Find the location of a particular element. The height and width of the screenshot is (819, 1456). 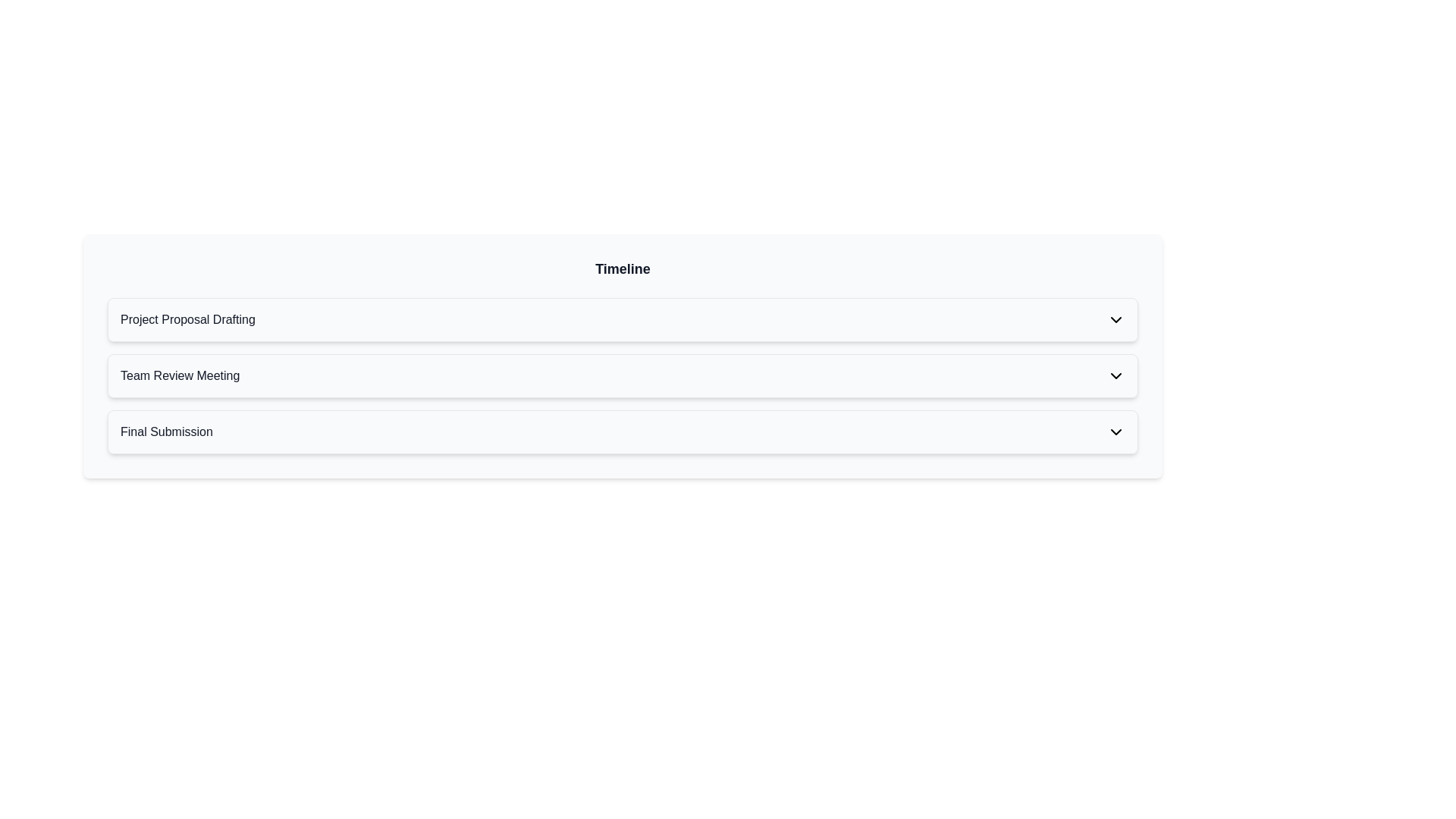

the dropdown indicator icon located at the right end of the 'Final Submission' row is located at coordinates (1116, 432).